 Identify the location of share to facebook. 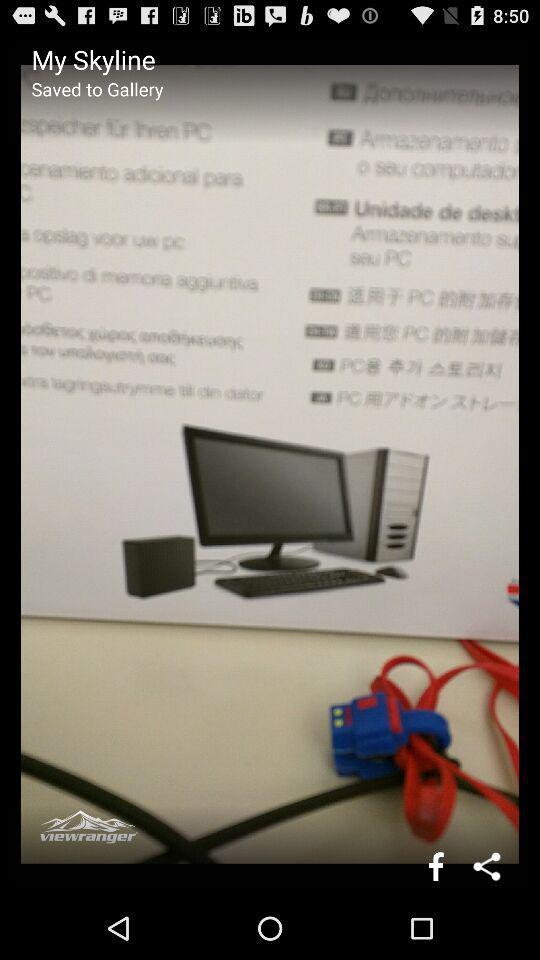
(435, 865).